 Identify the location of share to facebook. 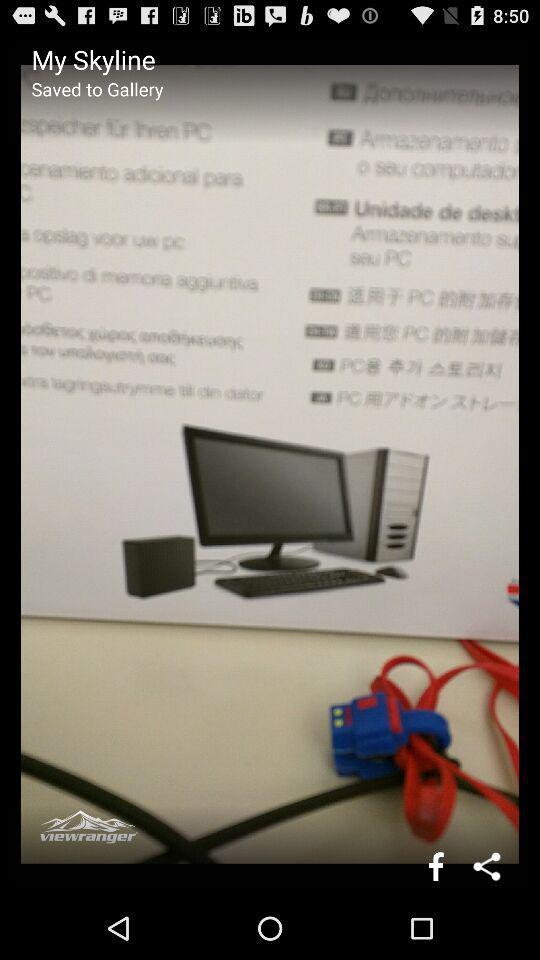
(435, 865).